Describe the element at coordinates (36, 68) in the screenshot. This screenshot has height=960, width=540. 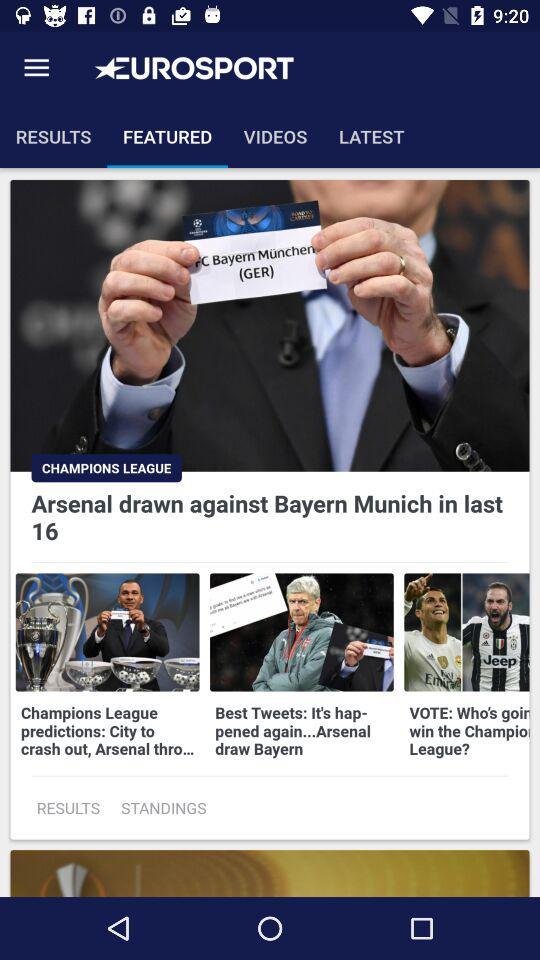
I see `icon above the results item` at that location.